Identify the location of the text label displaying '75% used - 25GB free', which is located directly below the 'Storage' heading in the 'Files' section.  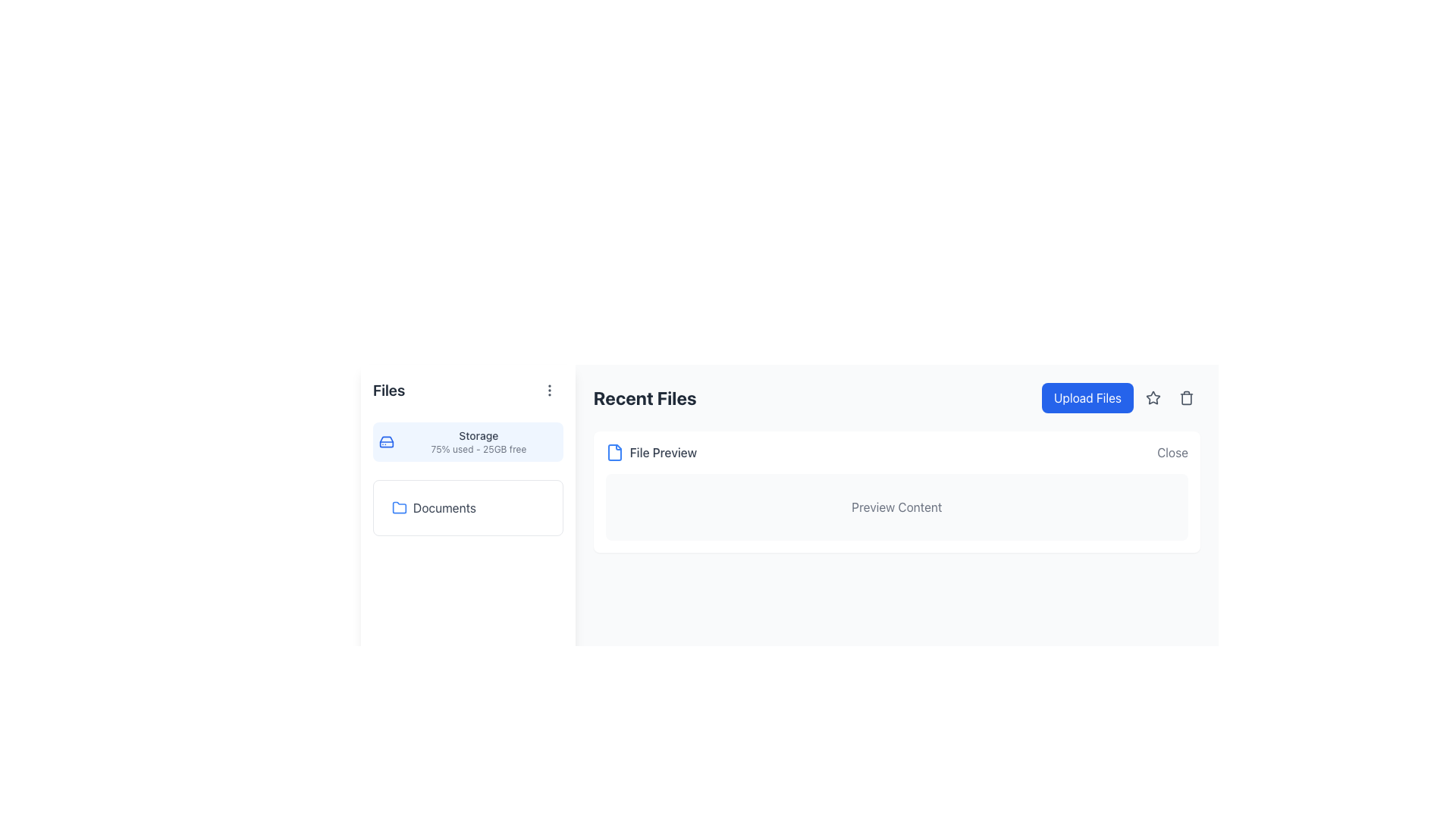
(478, 449).